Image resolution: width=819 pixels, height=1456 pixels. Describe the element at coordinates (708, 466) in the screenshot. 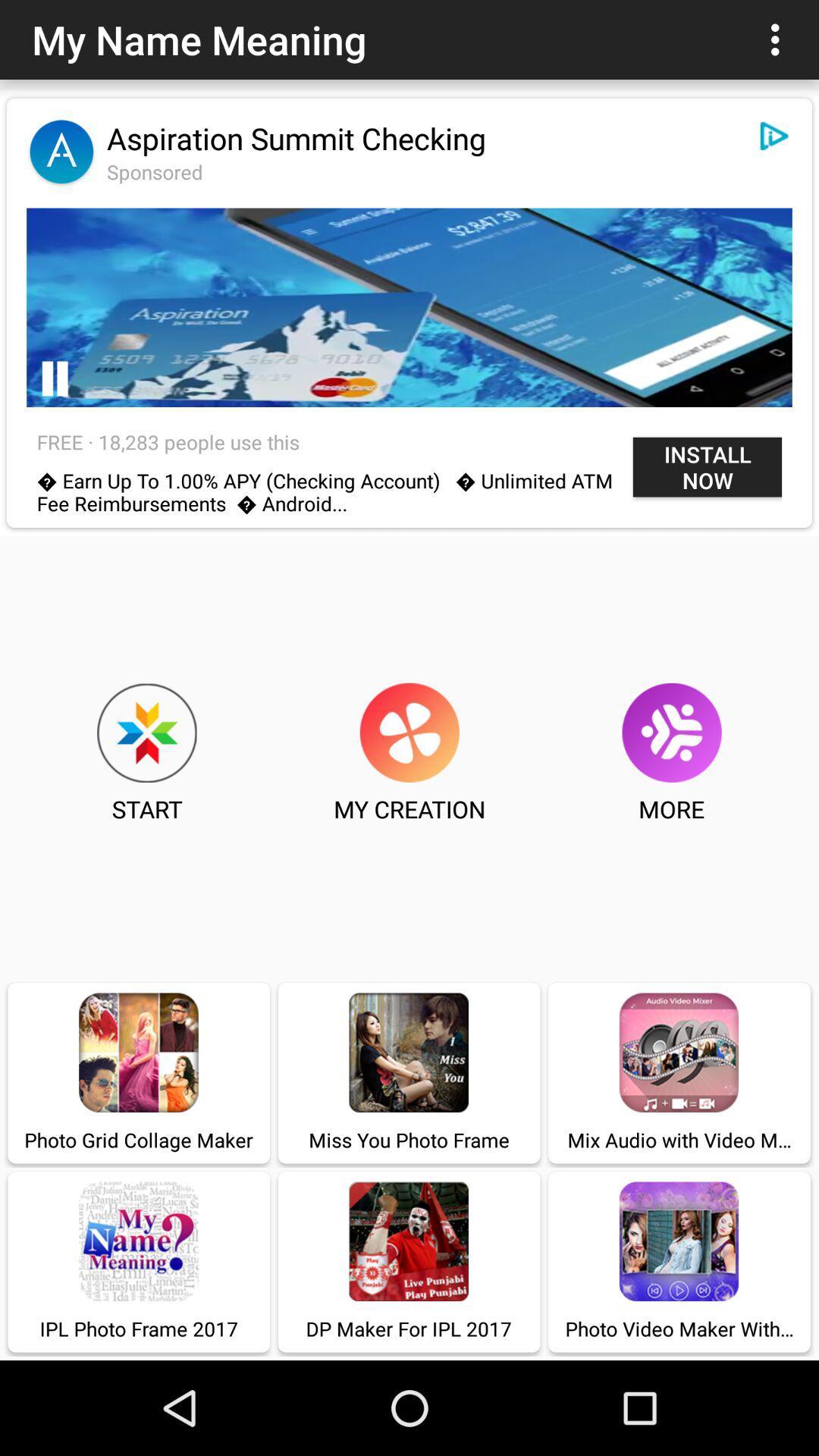

I see `the item to the right of free 18 283 item` at that location.